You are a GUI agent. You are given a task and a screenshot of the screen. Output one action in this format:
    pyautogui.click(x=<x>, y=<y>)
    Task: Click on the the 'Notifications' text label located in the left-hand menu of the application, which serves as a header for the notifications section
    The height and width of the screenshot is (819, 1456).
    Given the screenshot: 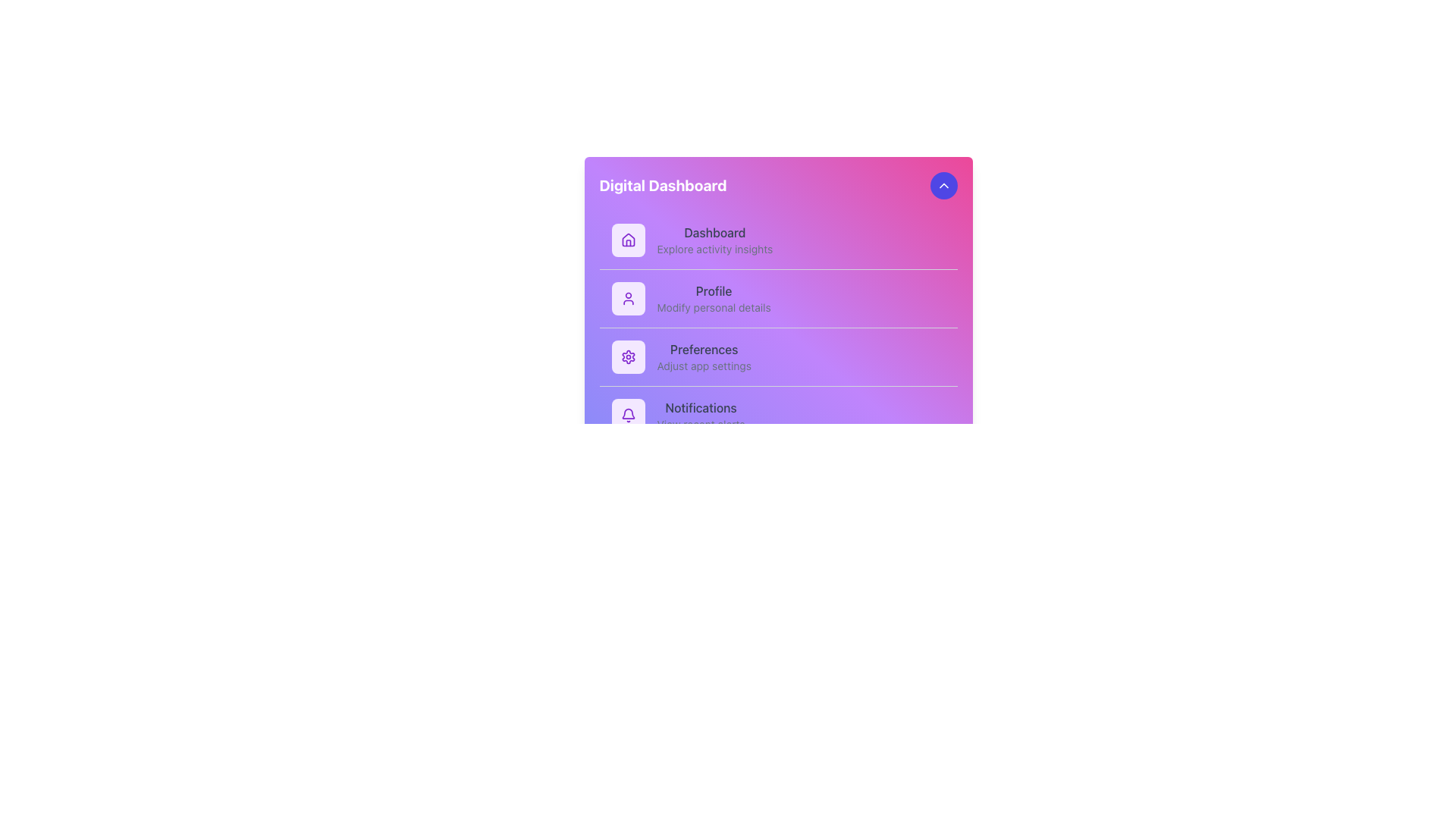 What is the action you would take?
    pyautogui.click(x=700, y=406)
    